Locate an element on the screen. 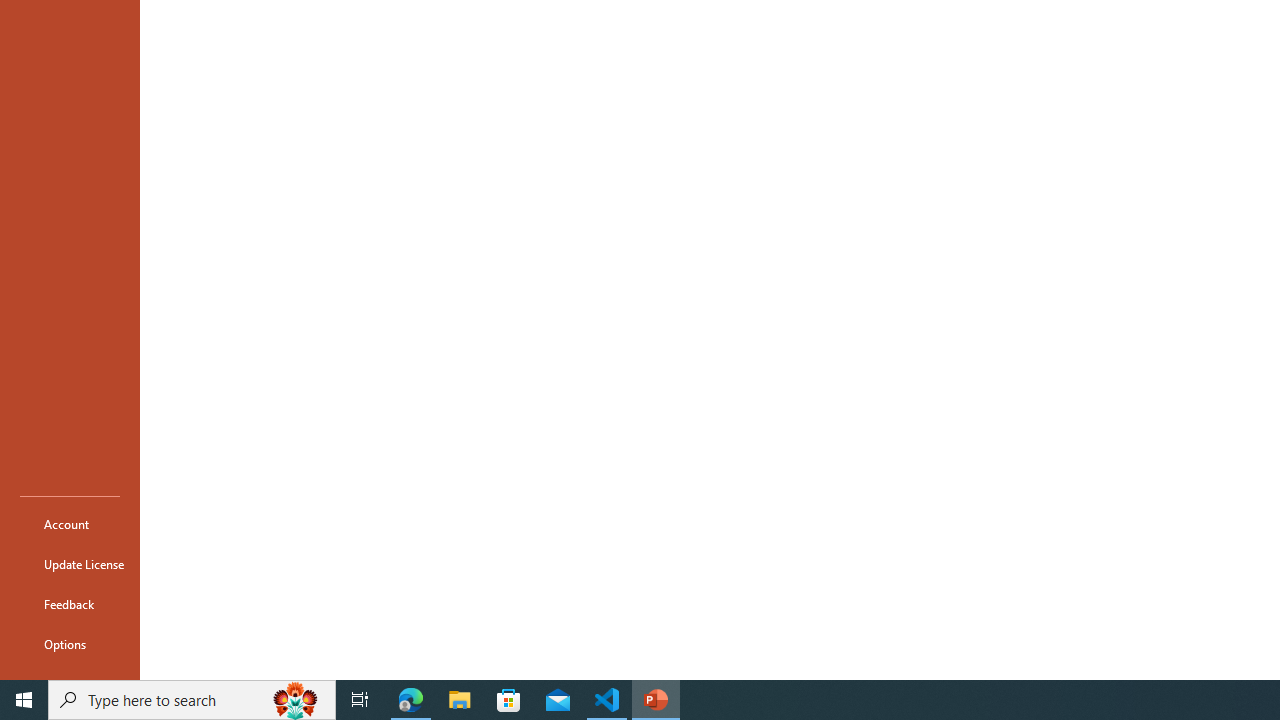 The width and height of the screenshot is (1280, 720). 'Options' is located at coordinates (69, 644).